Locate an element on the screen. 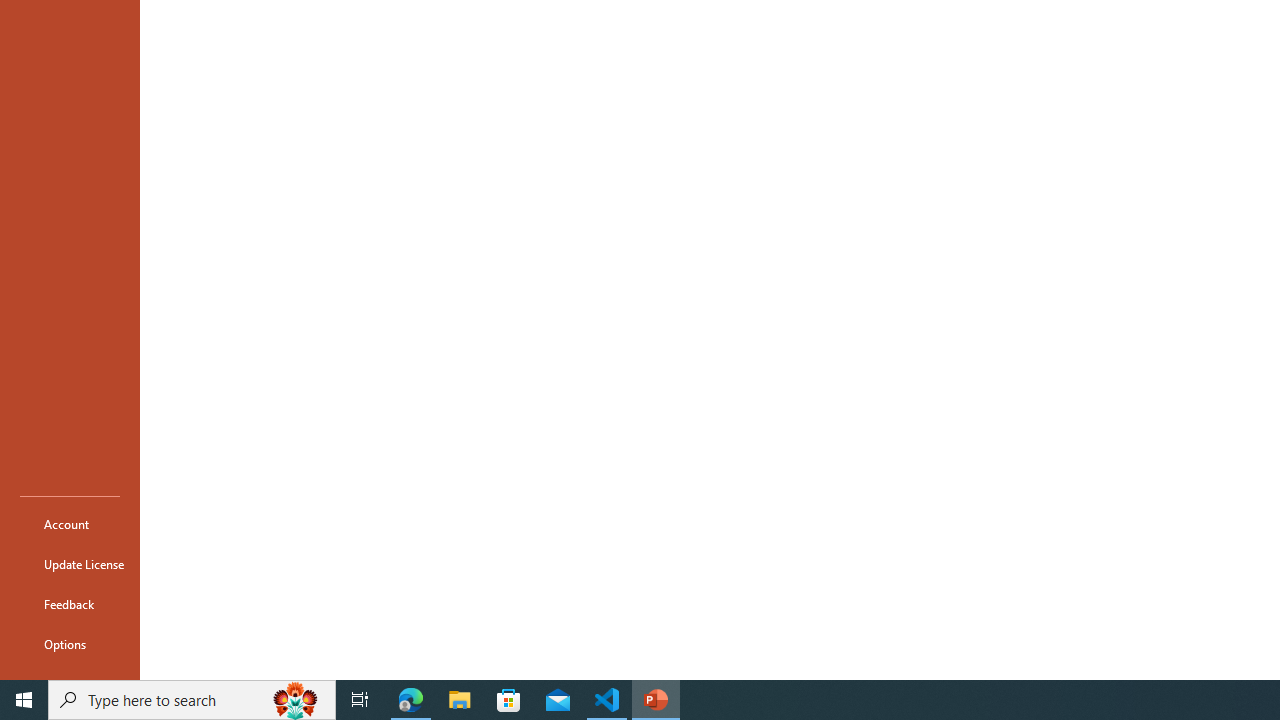 The width and height of the screenshot is (1280, 720). 'Options' is located at coordinates (69, 644).